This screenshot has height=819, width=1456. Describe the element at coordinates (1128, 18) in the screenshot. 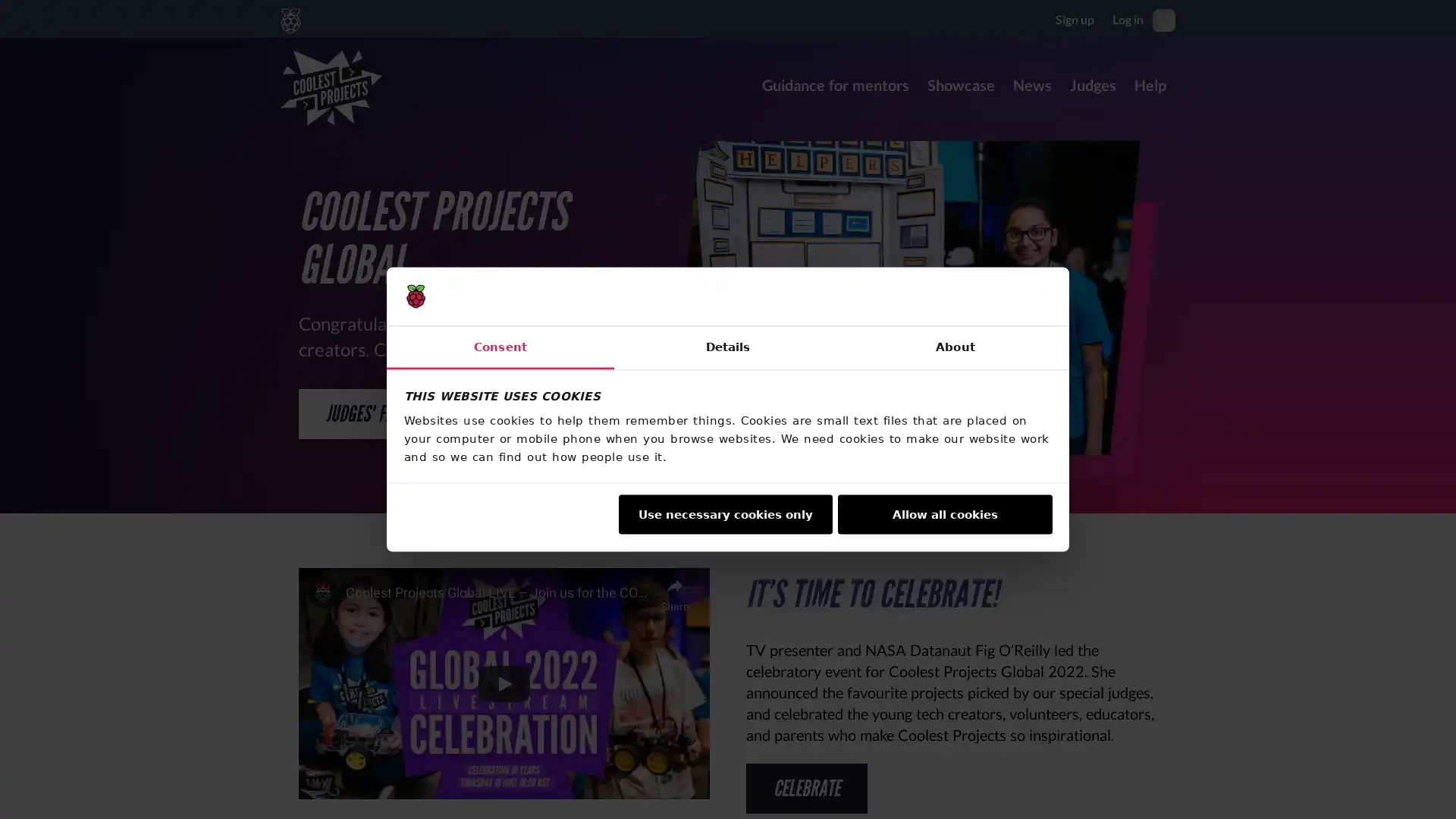

I see `Log in` at that location.